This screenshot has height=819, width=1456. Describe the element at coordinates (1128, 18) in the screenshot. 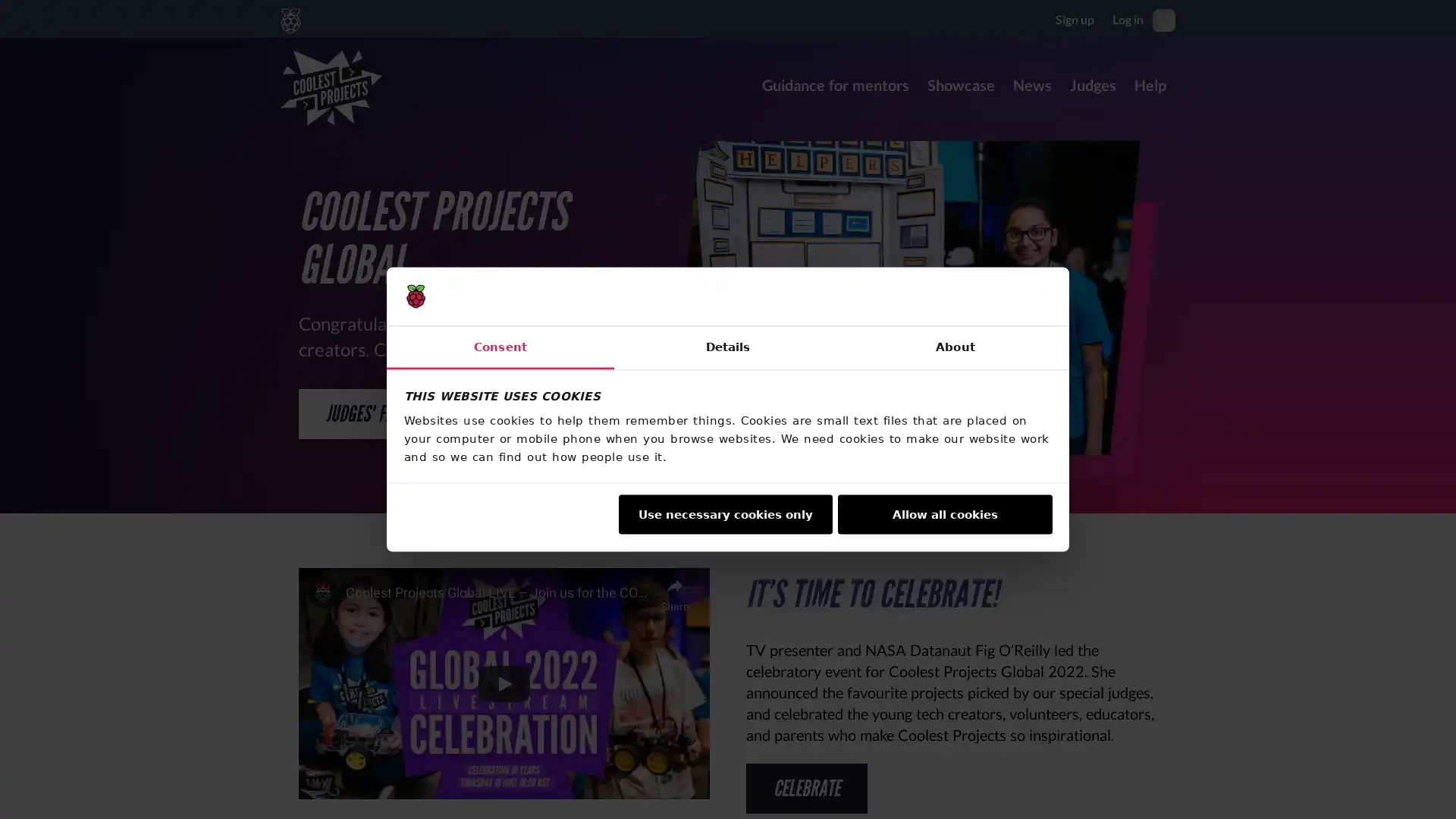

I see `Log in` at that location.